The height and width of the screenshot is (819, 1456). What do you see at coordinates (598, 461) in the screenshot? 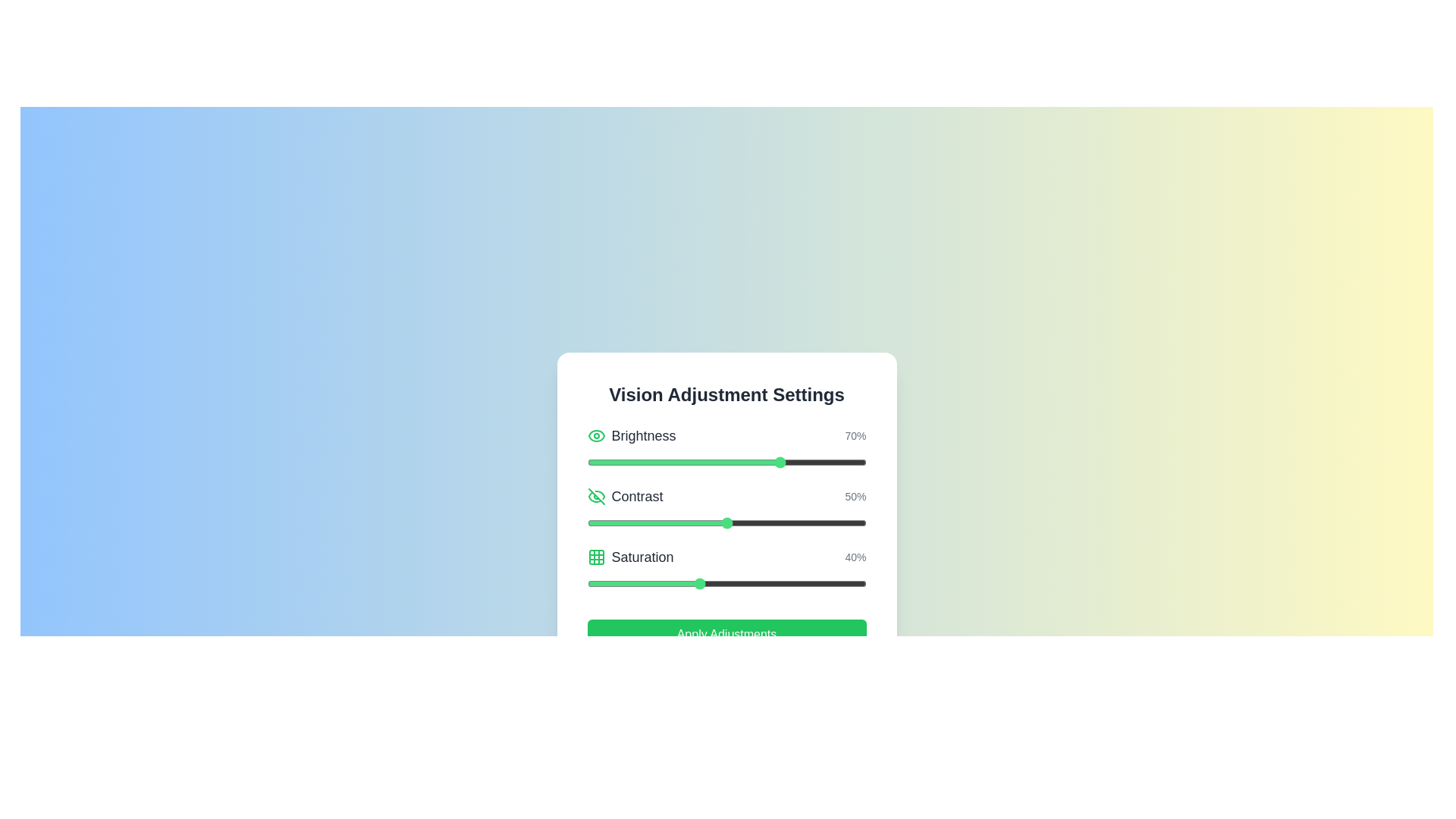
I see `the brightness slider to set the brightness to 4%` at bounding box center [598, 461].